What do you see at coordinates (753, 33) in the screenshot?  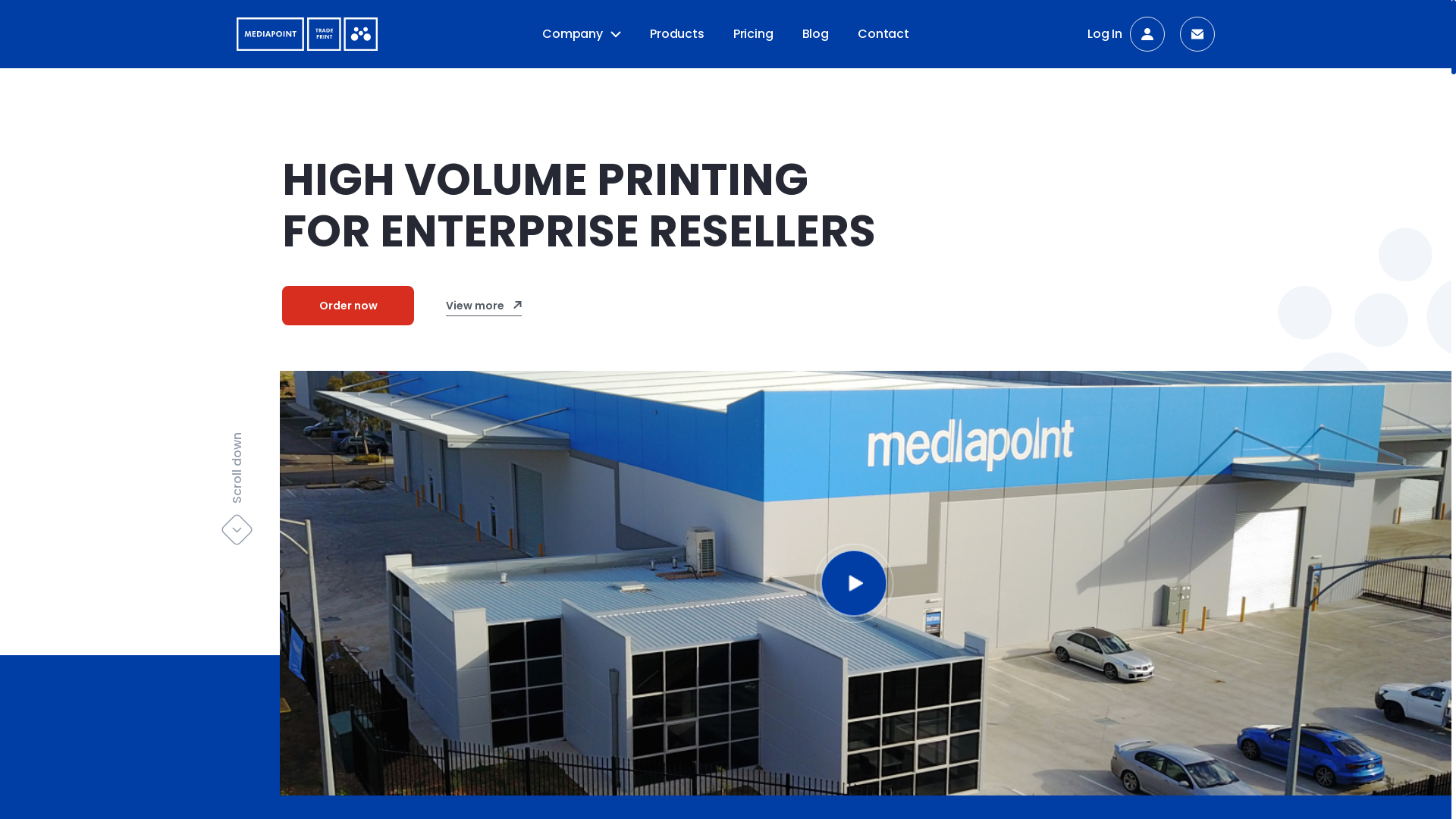 I see `'Pricing'` at bounding box center [753, 33].